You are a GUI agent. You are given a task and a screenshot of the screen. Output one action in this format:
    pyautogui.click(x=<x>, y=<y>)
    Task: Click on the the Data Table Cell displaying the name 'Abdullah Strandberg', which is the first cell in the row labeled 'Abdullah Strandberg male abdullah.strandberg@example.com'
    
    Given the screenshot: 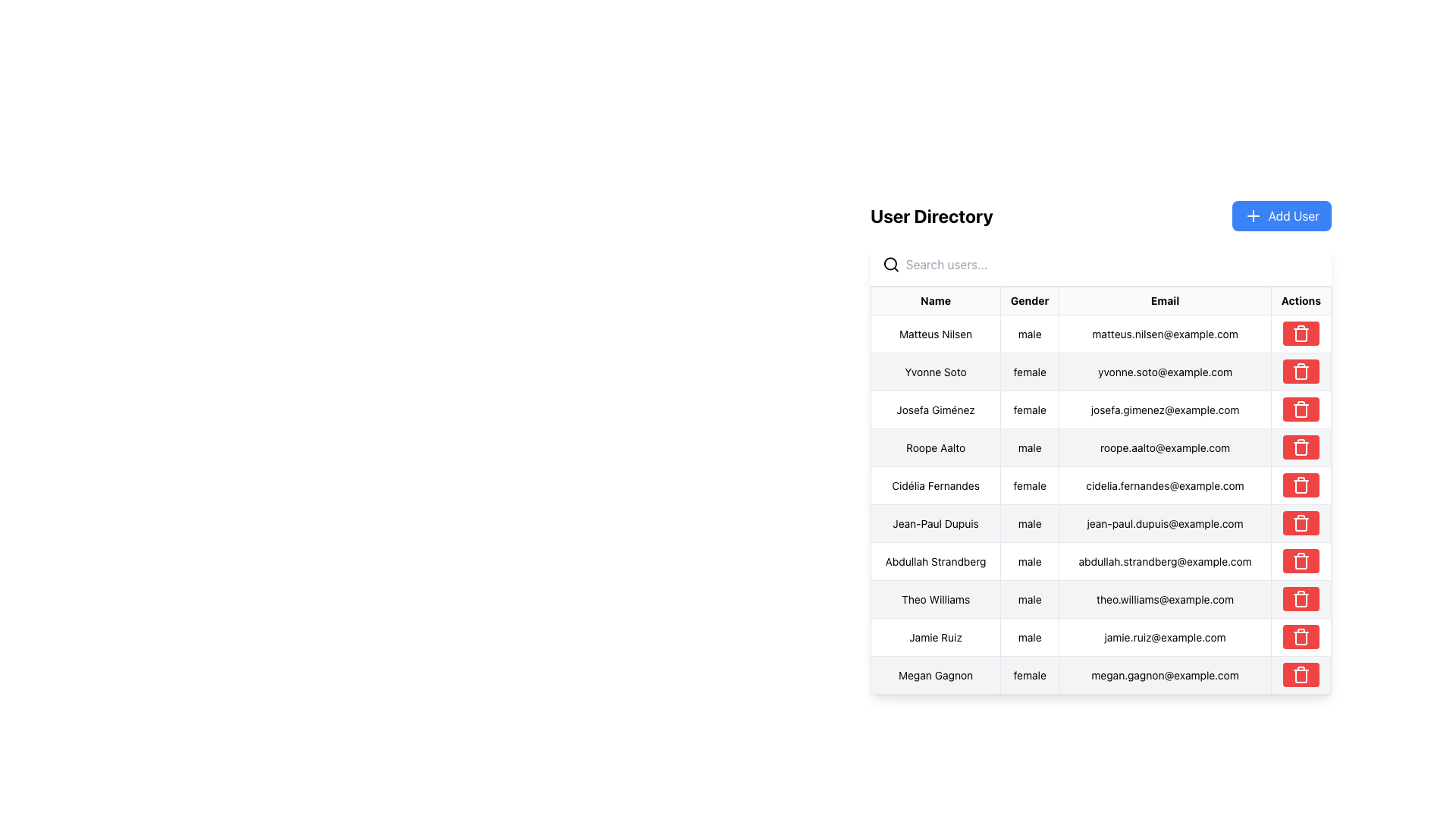 What is the action you would take?
    pyautogui.click(x=934, y=561)
    